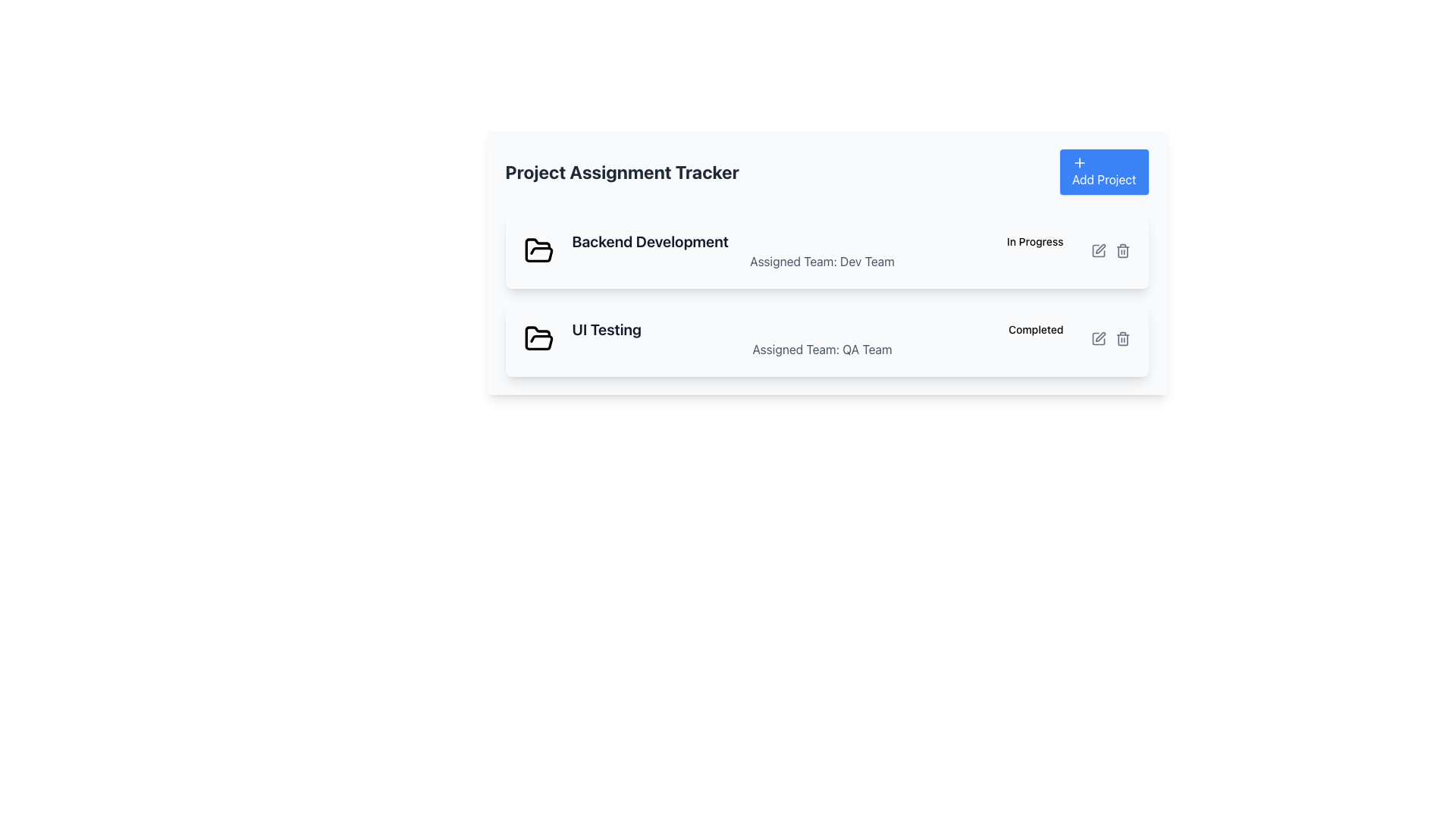 Image resolution: width=1456 pixels, height=819 pixels. I want to click on the blue rectangular 'Add Project' button with rounded corners that contains white text and a plus icon, located at the top-right corner of the header area for the 'Project Assignment Tracker', so click(1104, 171).